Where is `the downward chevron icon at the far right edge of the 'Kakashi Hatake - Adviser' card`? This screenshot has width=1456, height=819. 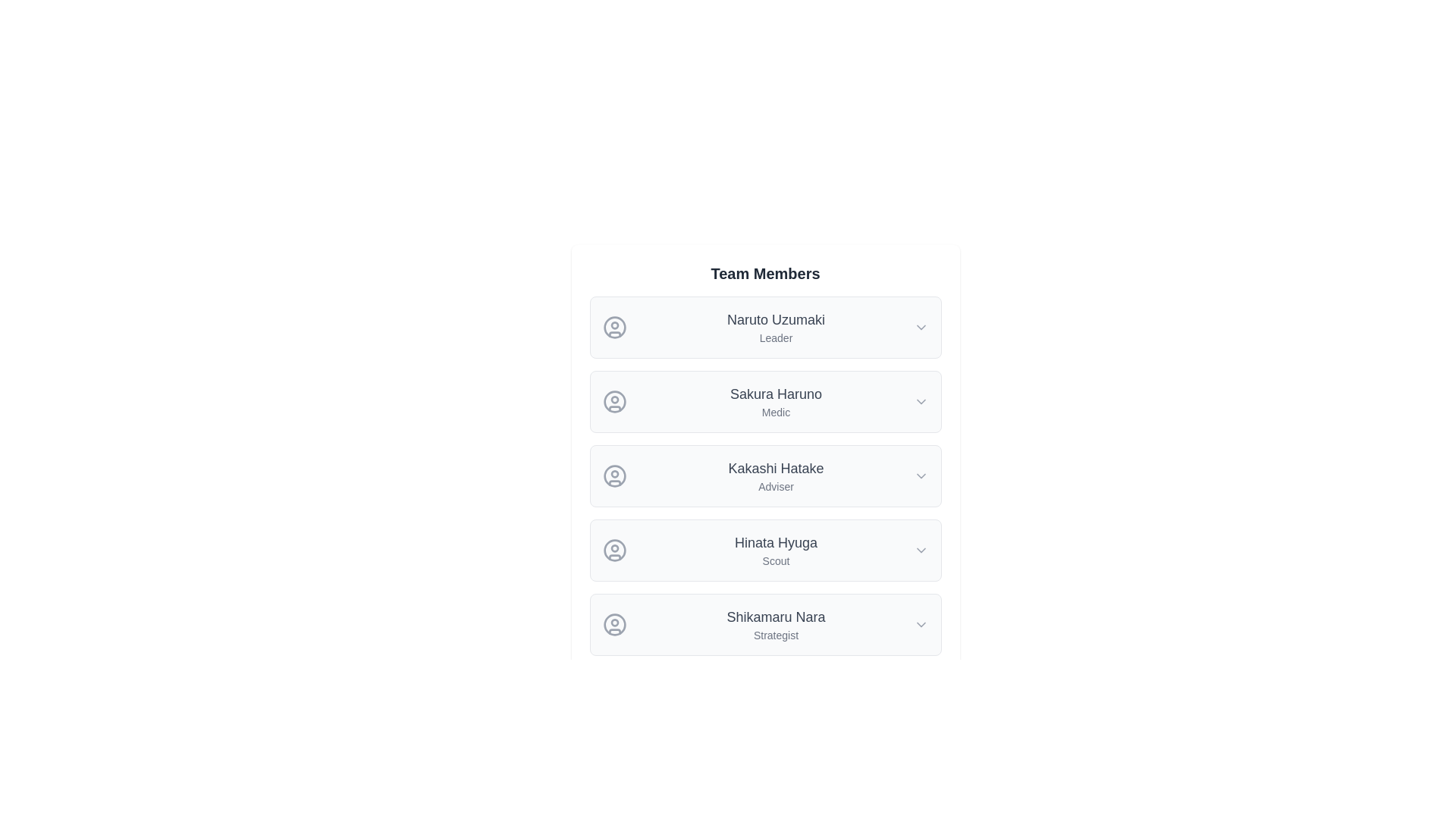 the downward chevron icon at the far right edge of the 'Kakashi Hatake - Adviser' card is located at coordinates (920, 475).